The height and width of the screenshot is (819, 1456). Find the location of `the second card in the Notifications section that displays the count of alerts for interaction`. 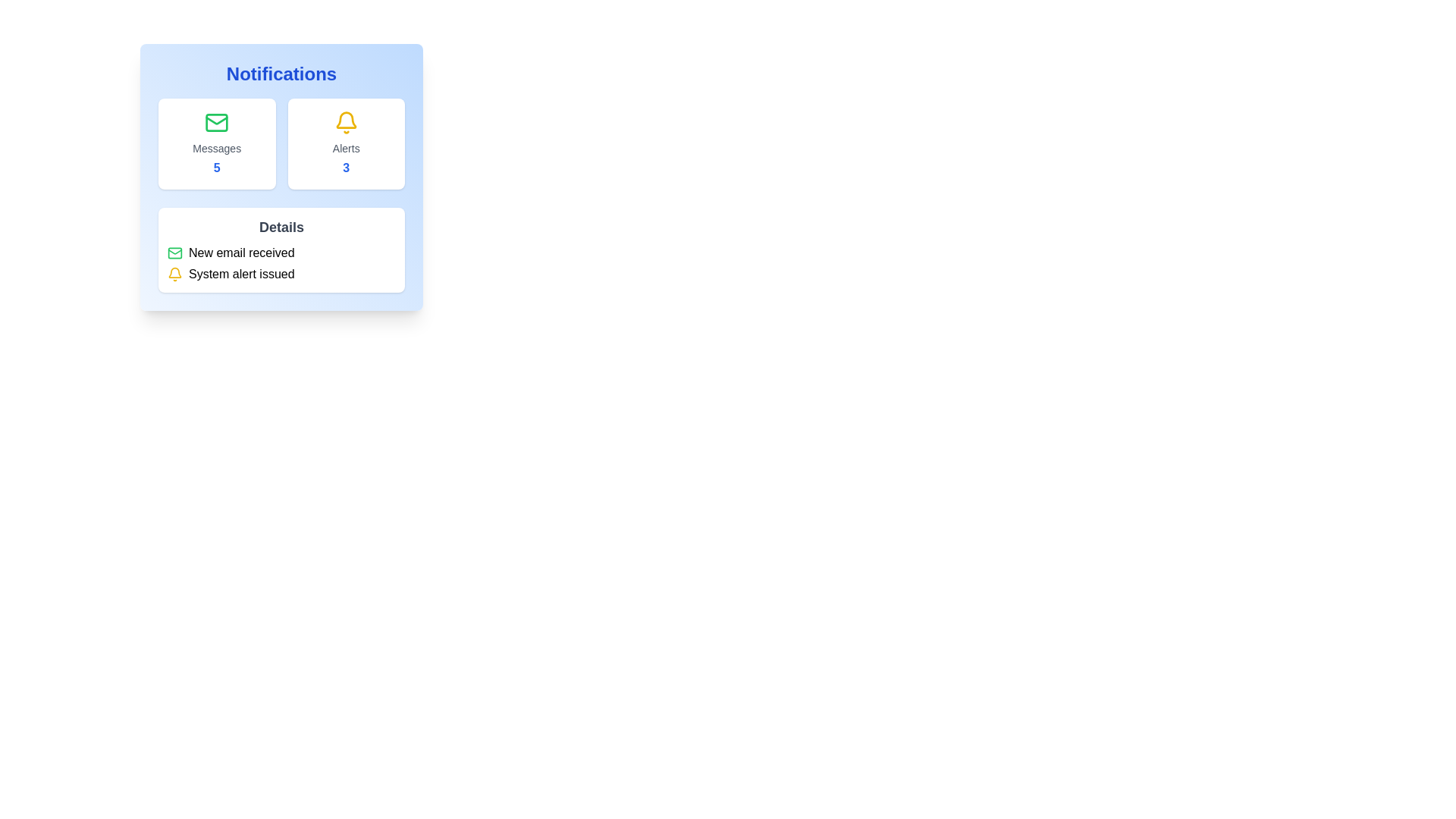

the second card in the Notifications section that displays the count of alerts for interaction is located at coordinates (345, 143).